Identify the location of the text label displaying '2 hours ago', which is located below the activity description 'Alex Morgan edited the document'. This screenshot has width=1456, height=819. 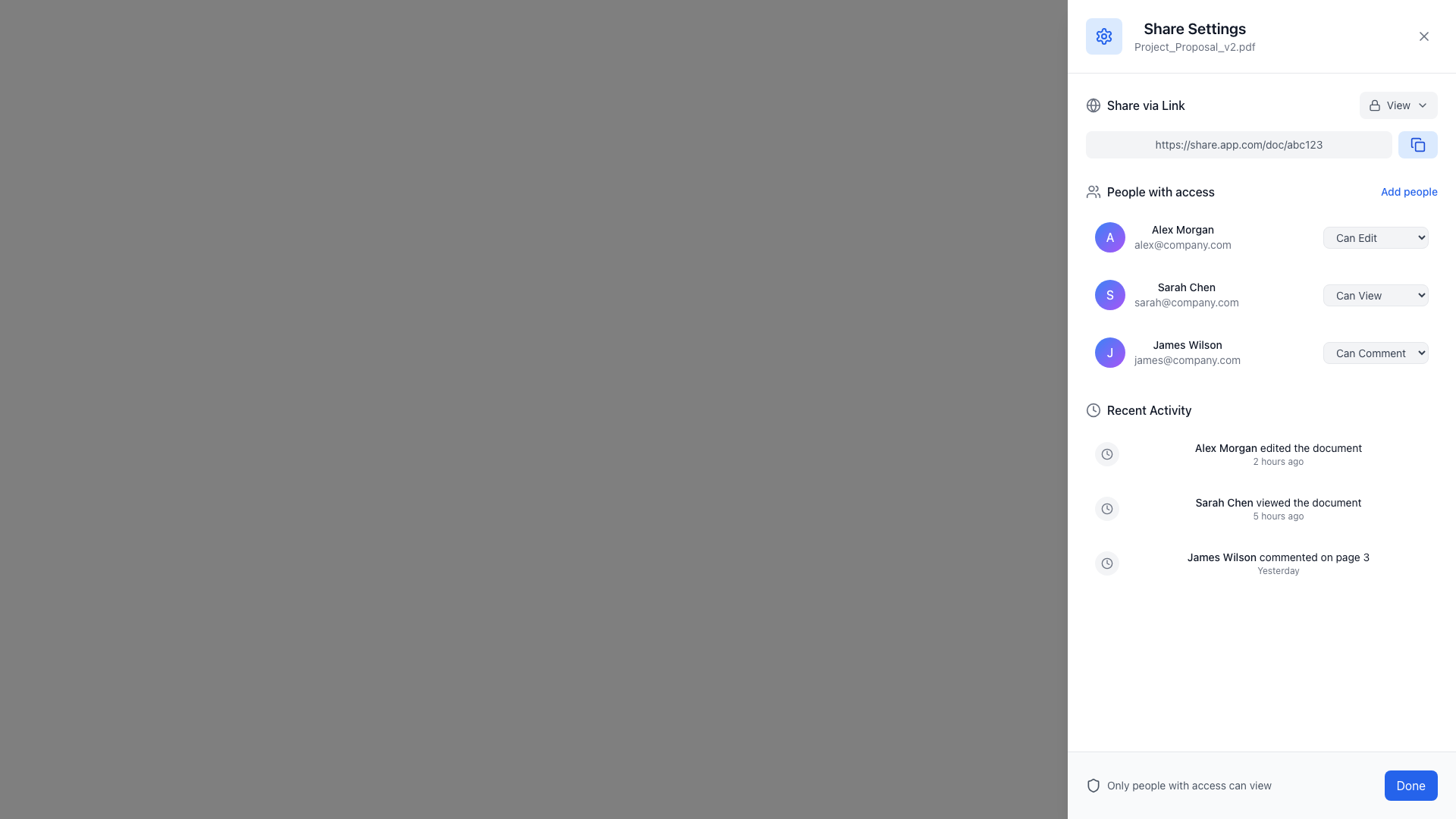
(1277, 461).